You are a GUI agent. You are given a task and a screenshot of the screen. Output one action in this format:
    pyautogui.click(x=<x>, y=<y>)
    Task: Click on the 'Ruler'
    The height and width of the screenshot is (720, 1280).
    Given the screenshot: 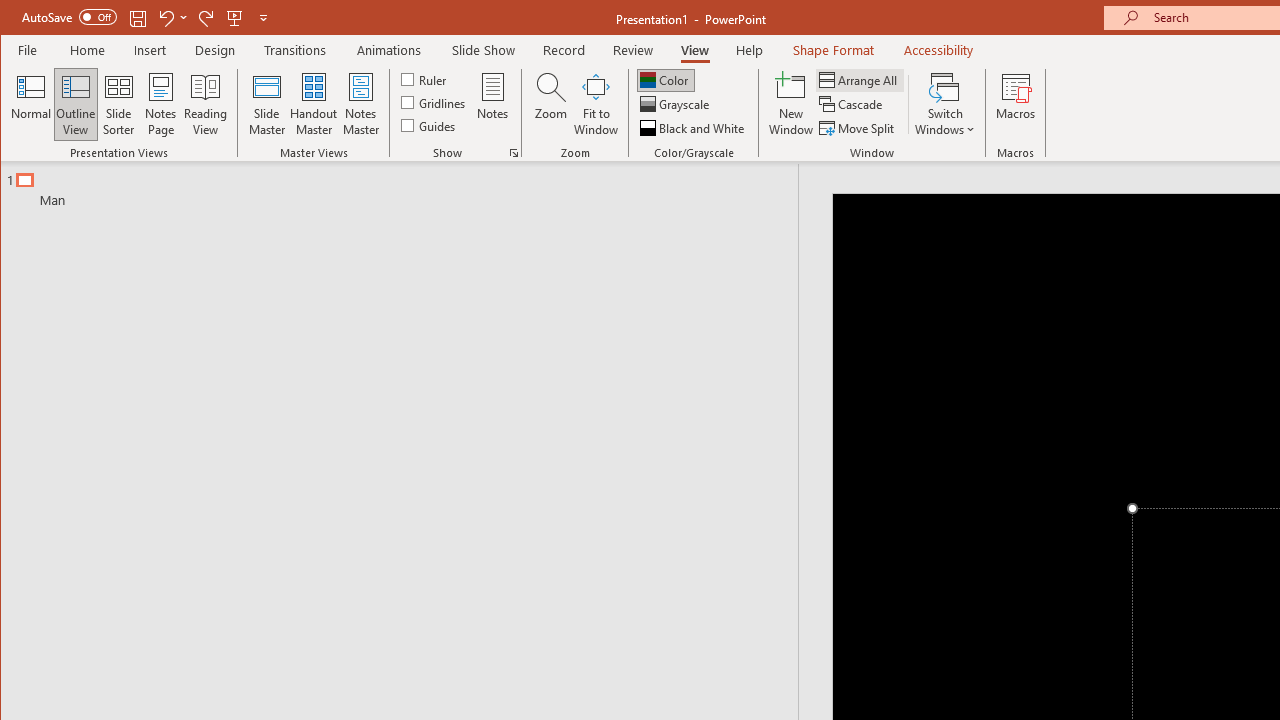 What is the action you would take?
    pyautogui.click(x=424, y=78)
    